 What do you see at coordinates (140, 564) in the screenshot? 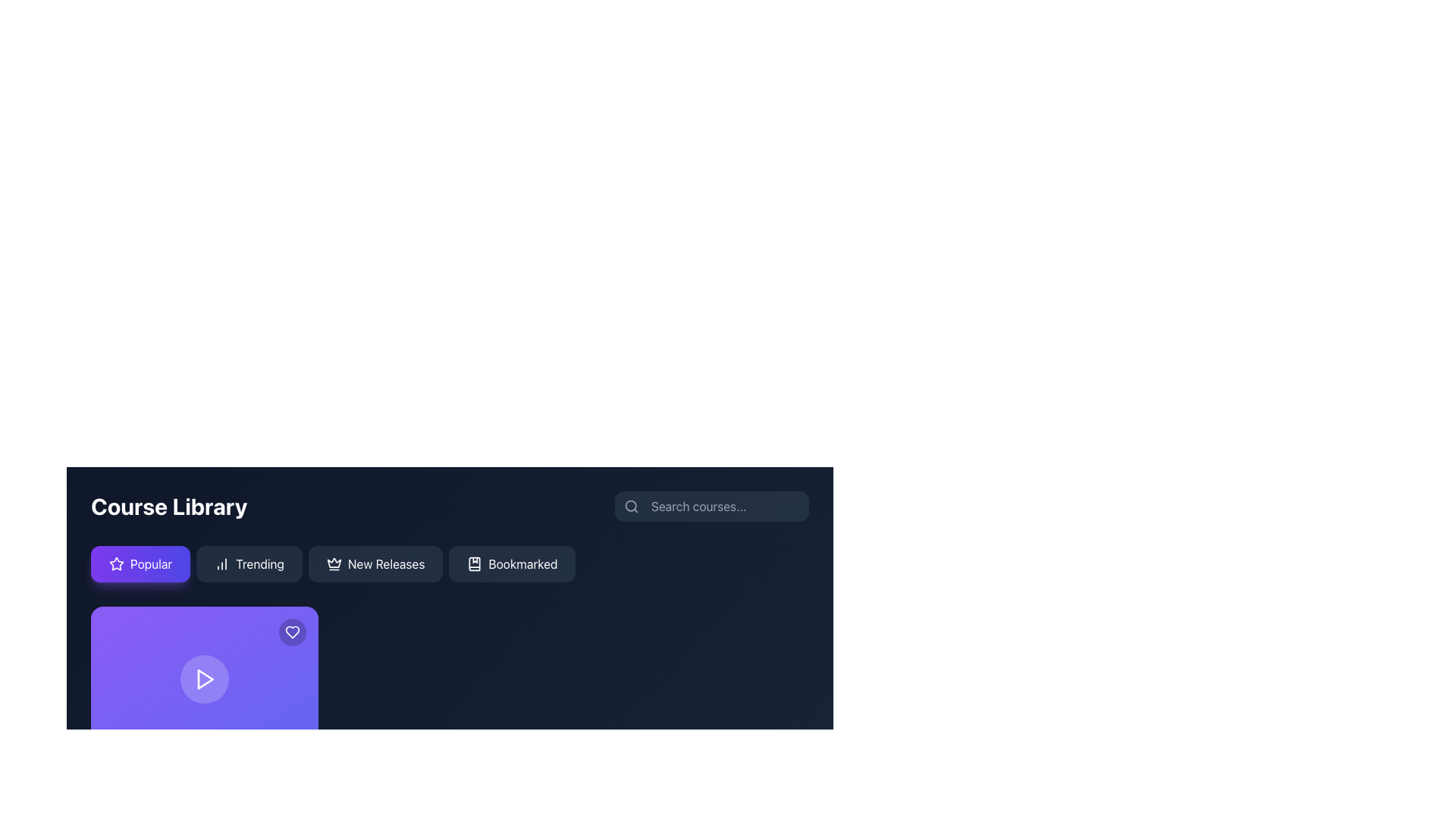
I see `the button labeled 'Popular' which is the first button in the row of four buttons in the 'Course Library' section` at bounding box center [140, 564].